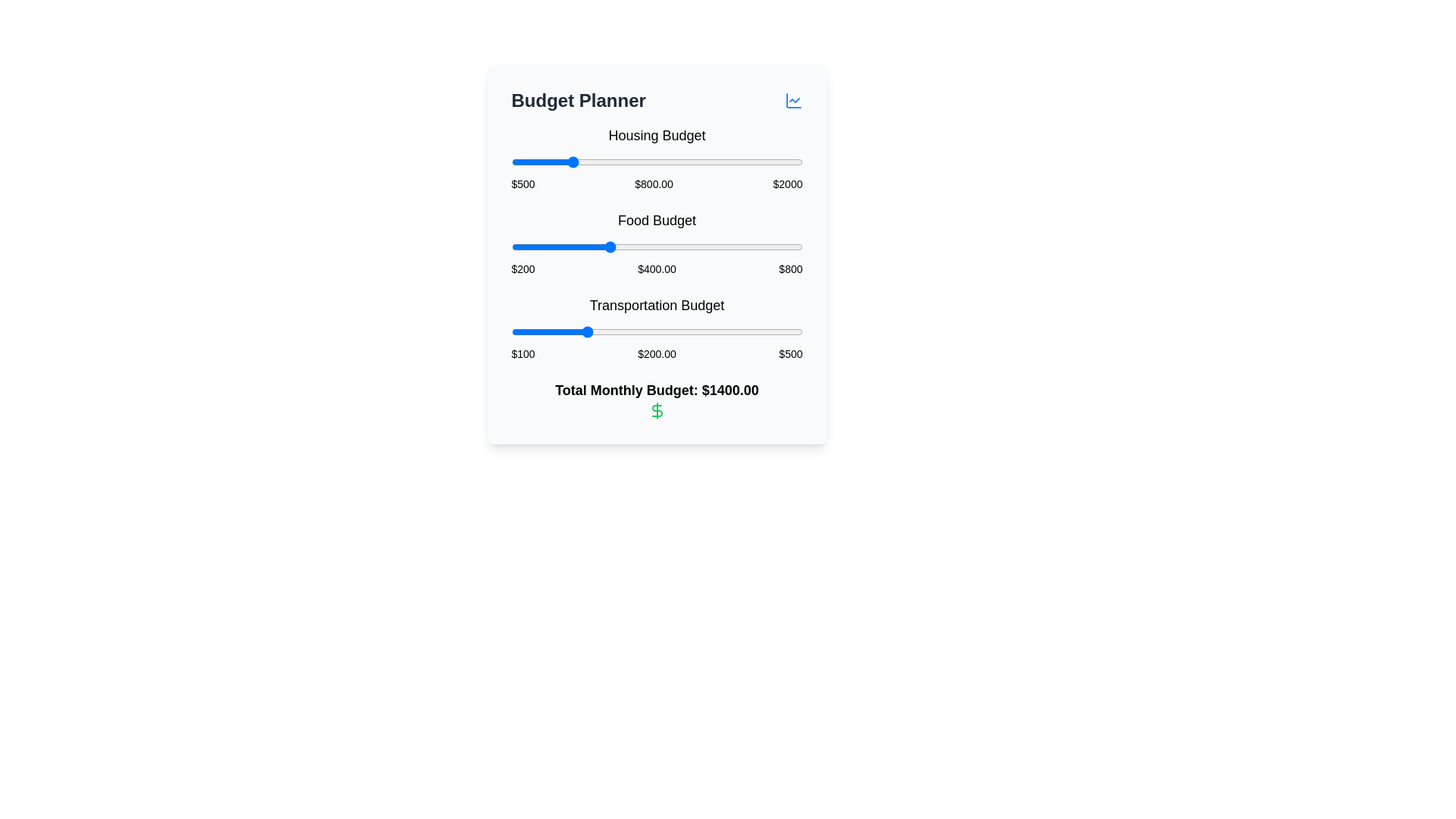  Describe the element at coordinates (594, 246) in the screenshot. I see `the Food Budget slider` at that location.